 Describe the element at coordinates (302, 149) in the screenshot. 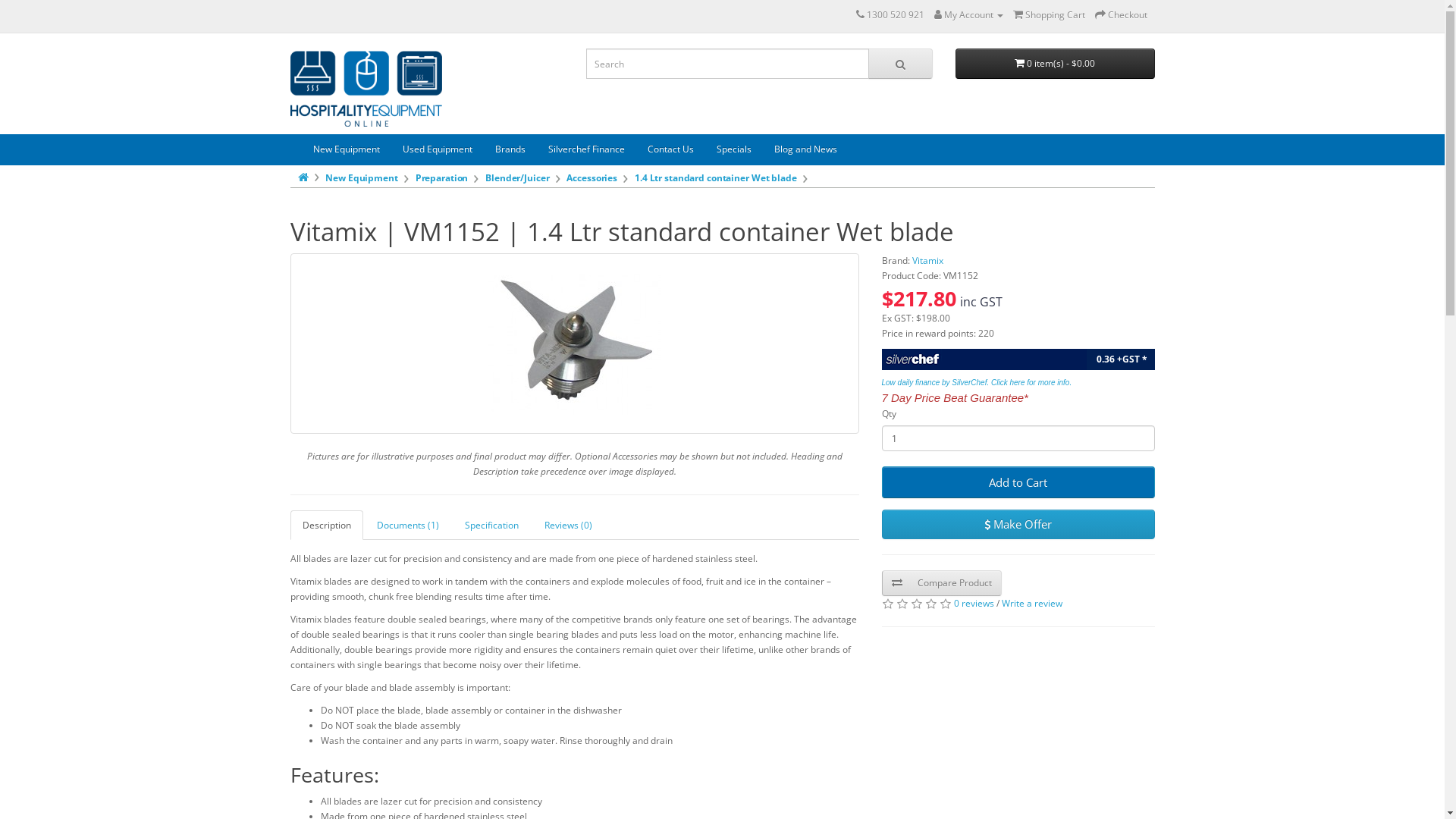

I see `'New Equipment'` at that location.